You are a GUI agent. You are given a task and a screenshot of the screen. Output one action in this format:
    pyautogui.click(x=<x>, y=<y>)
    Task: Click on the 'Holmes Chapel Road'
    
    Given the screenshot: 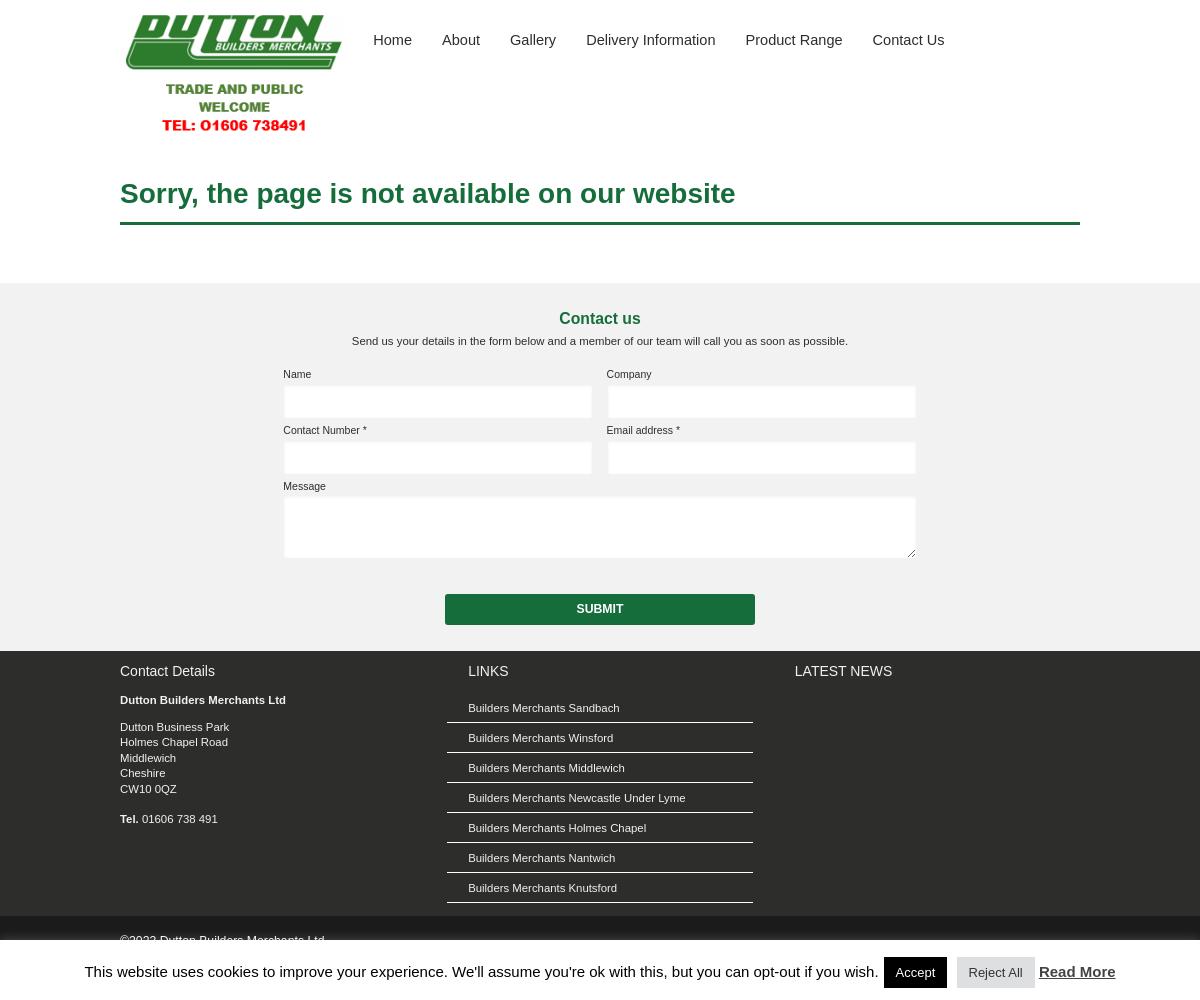 What is the action you would take?
    pyautogui.click(x=172, y=741)
    